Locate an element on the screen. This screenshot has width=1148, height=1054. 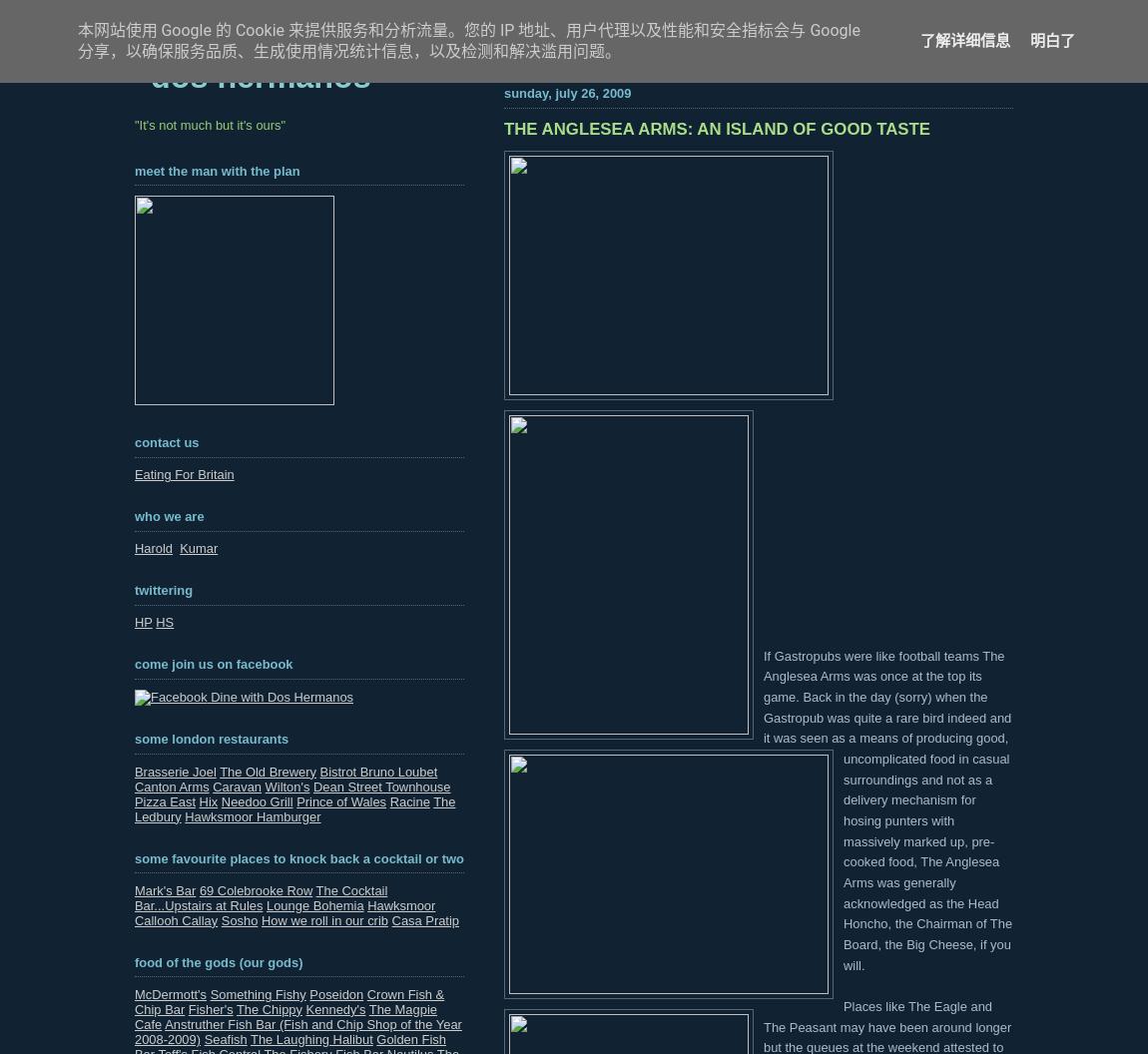
'Wilton's' is located at coordinates (286, 785).